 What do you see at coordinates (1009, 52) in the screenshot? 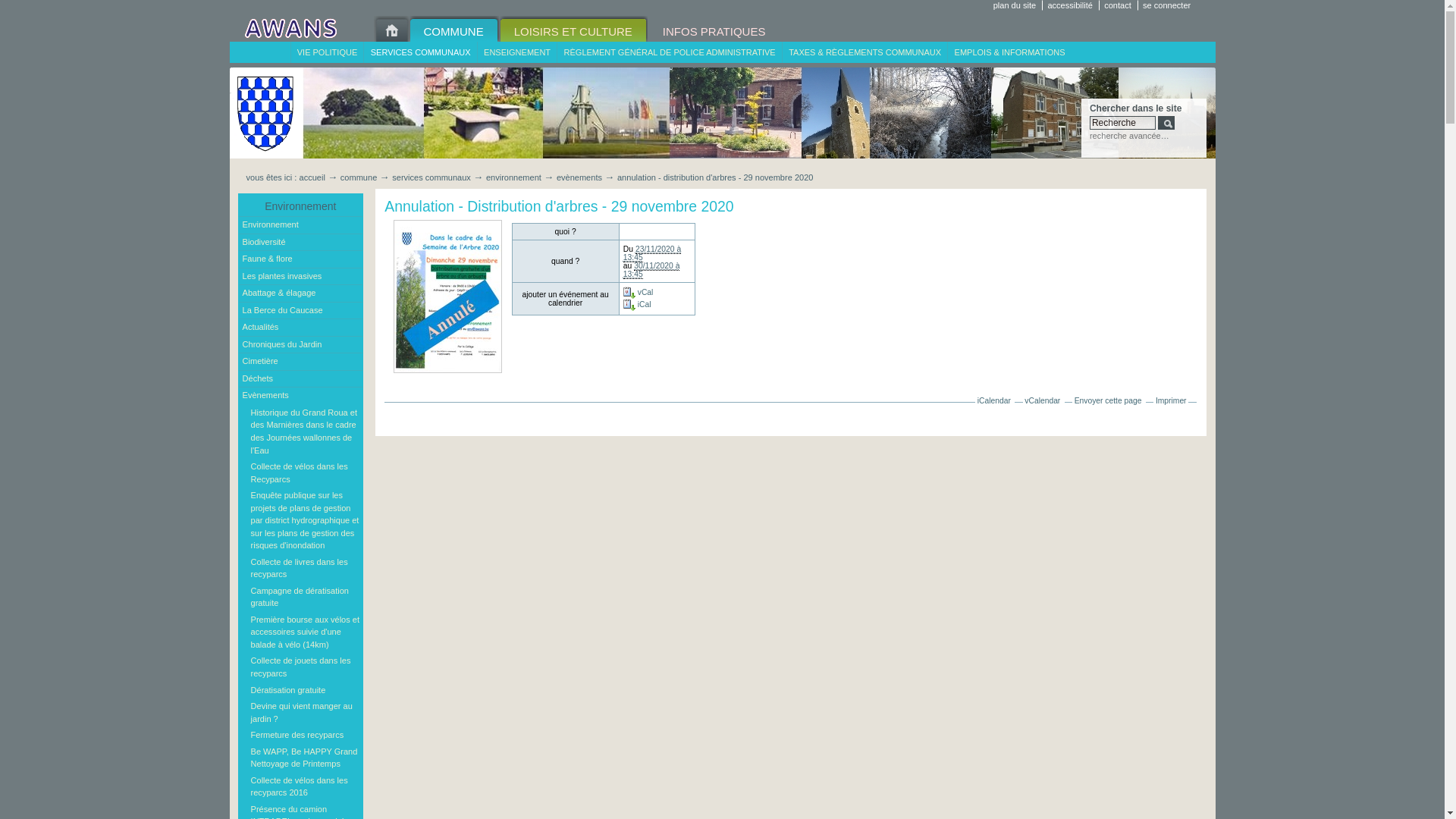
I see `'EMPLOIS & INFORMATIONS'` at bounding box center [1009, 52].